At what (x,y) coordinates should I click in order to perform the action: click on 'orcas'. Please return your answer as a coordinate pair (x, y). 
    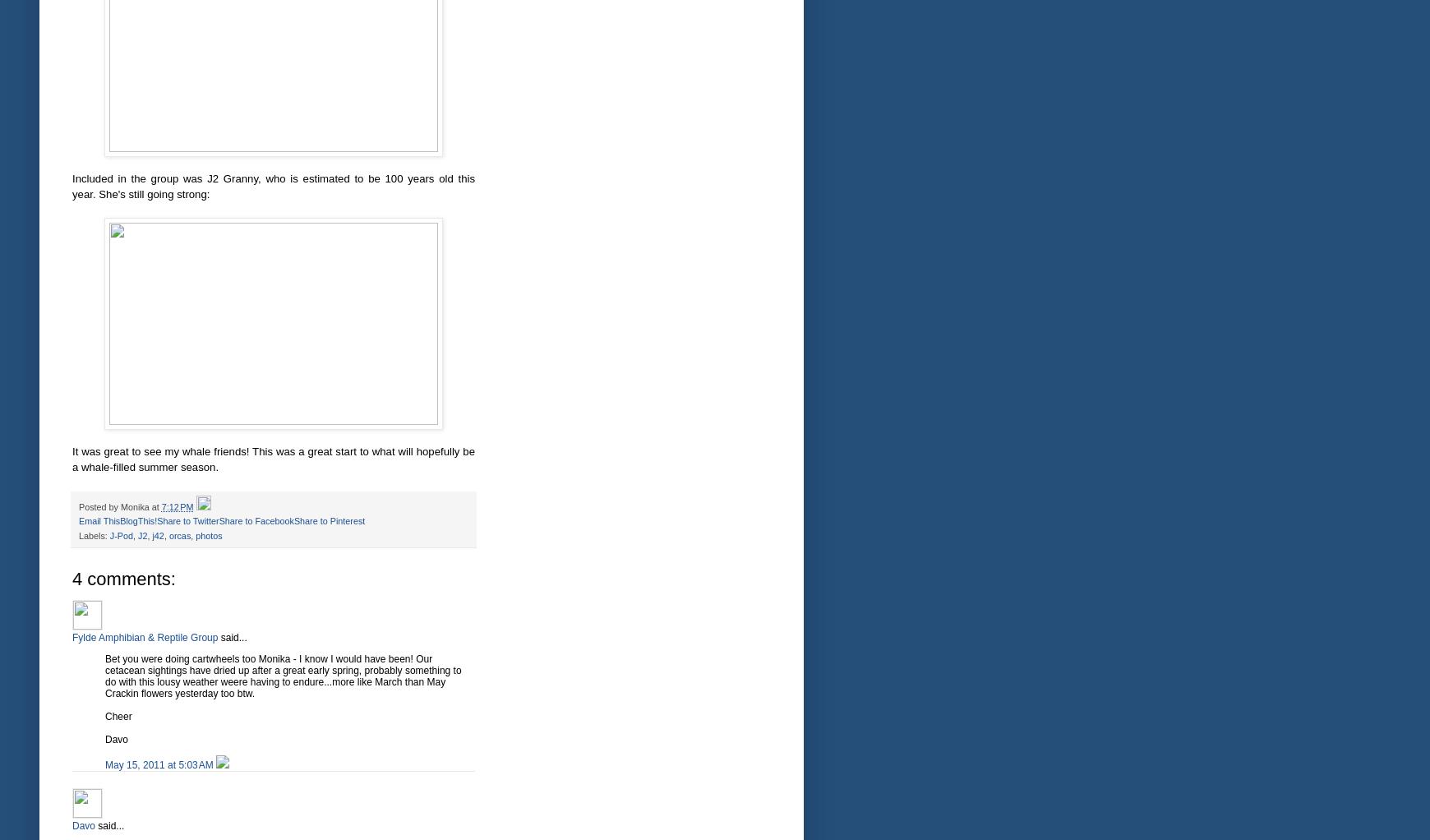
    Looking at the image, I should click on (179, 535).